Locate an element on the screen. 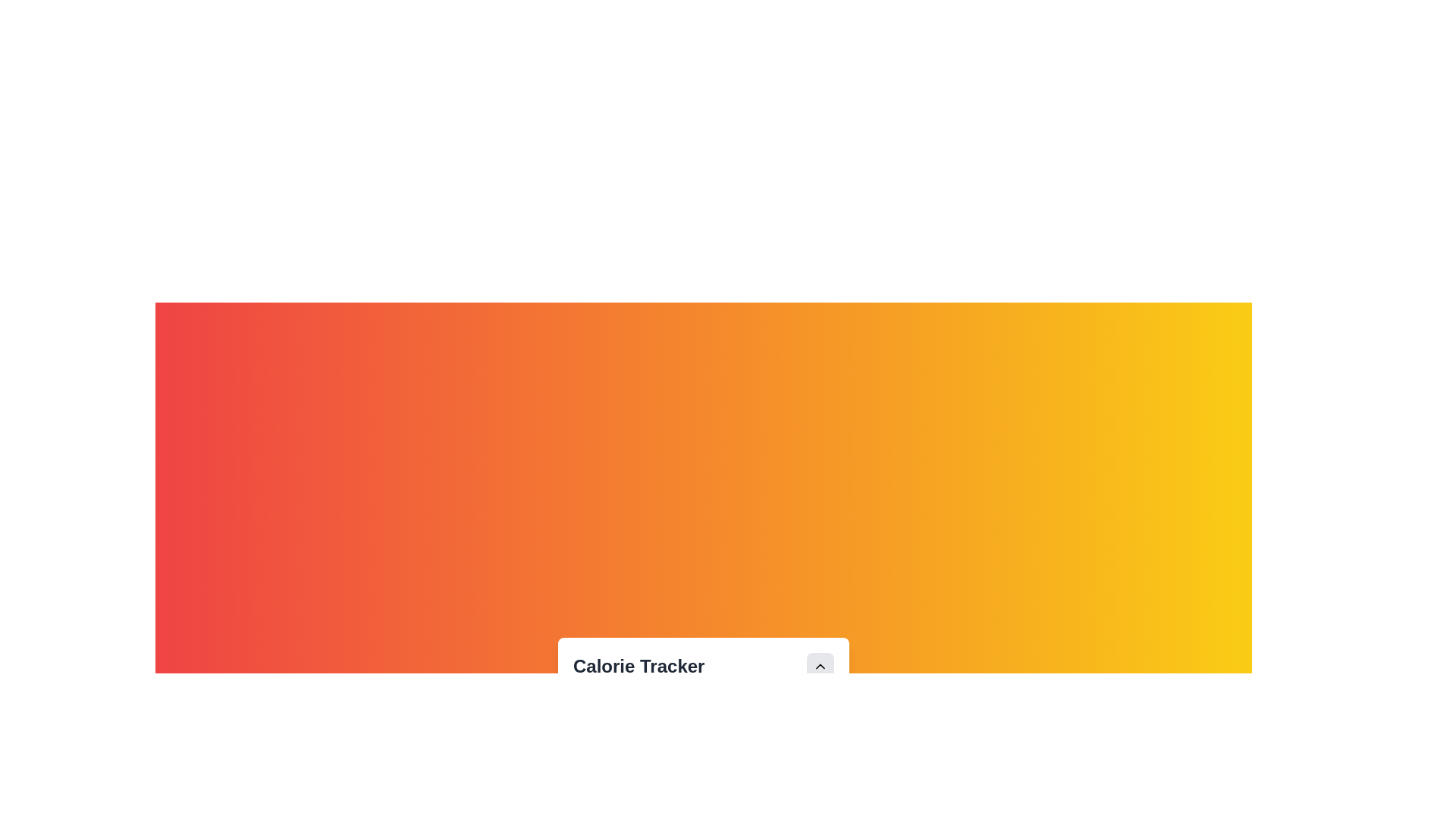 The image size is (1456, 819). the upward-facing chevron icon located at the bottom-right of the main interface, which is nested within a rounded rectangle area is located at coordinates (819, 666).